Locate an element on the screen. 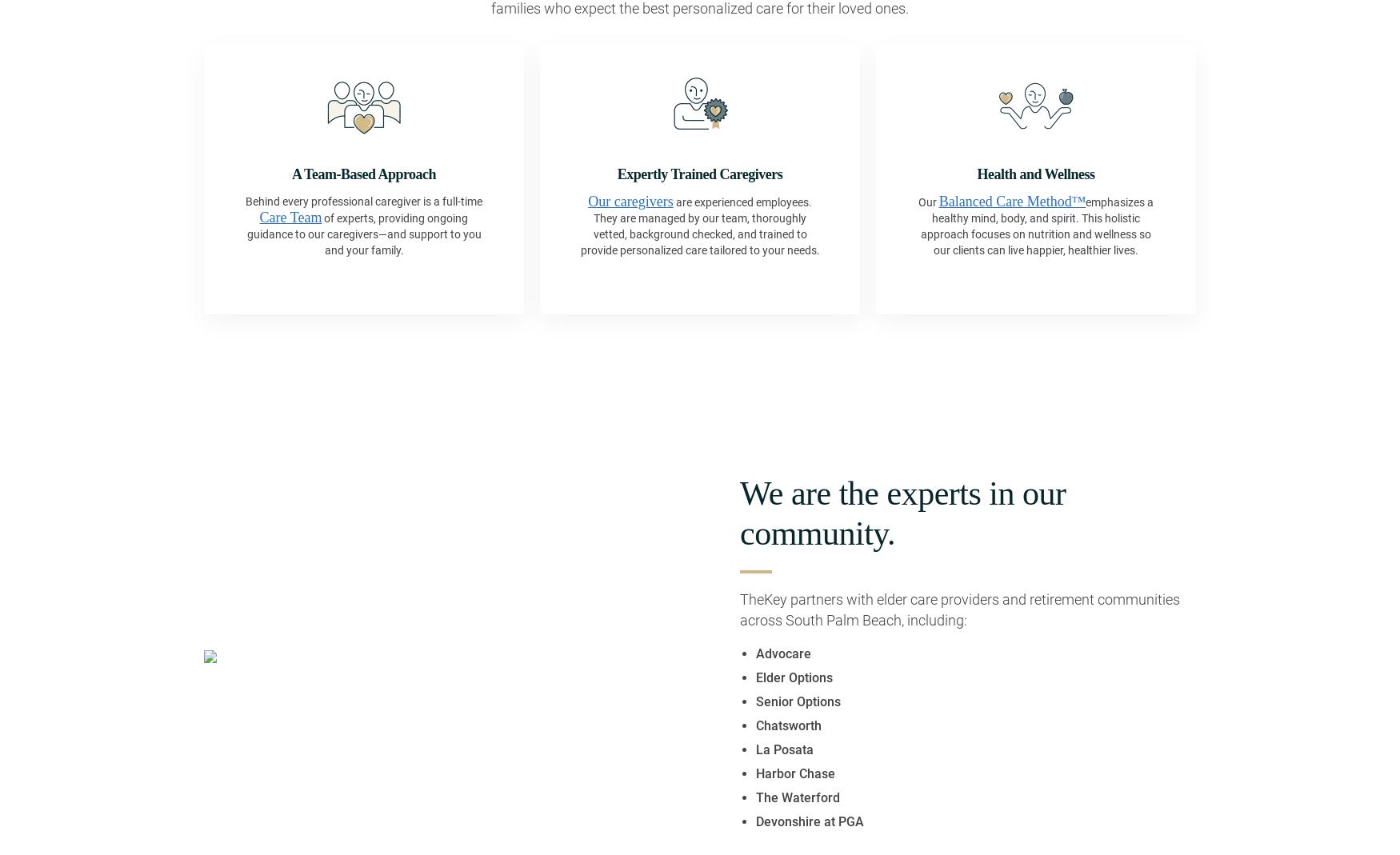  'Elder Options' is located at coordinates (794, 677).